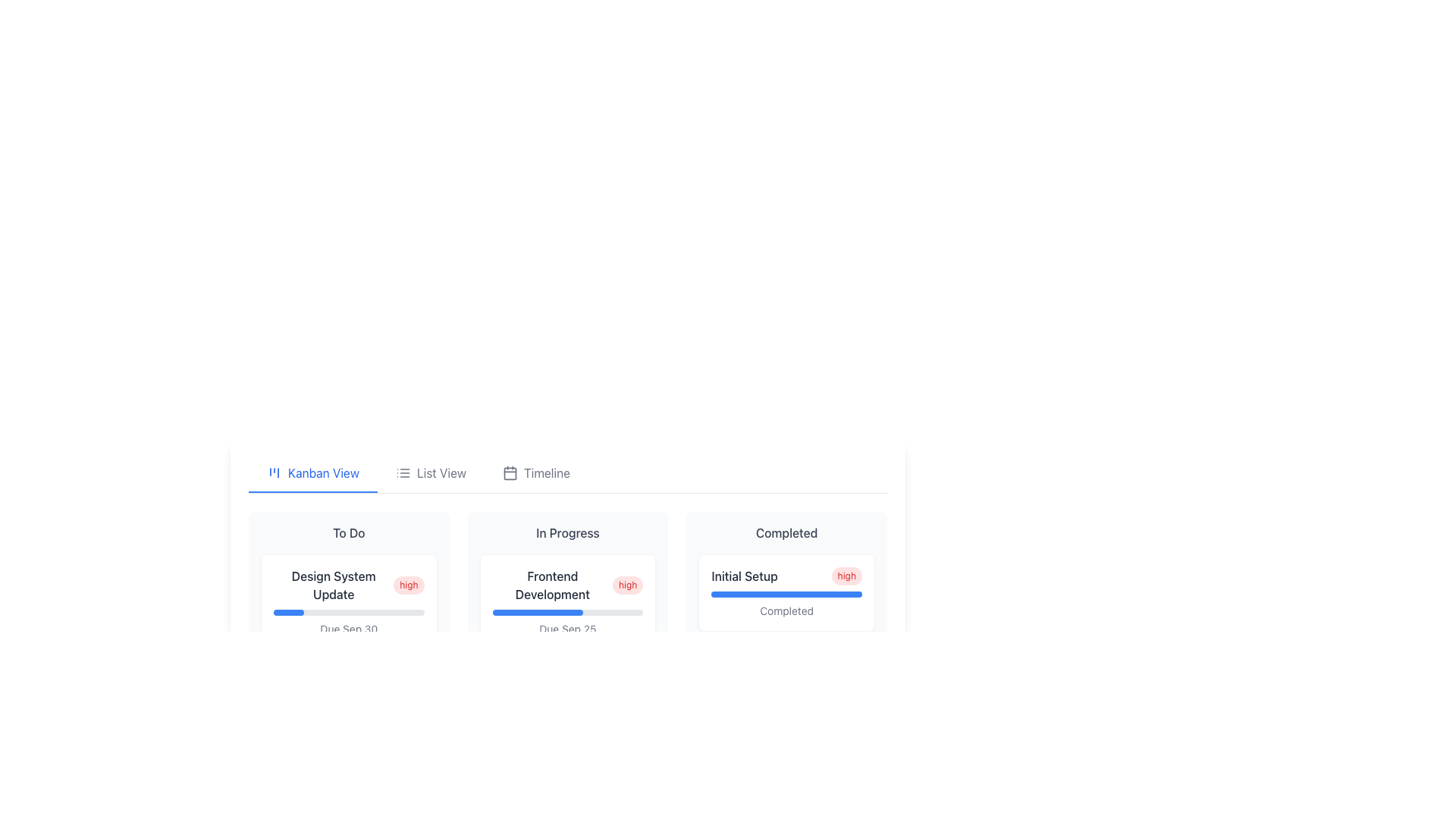 This screenshot has width=1456, height=819. Describe the element at coordinates (510, 472) in the screenshot. I see `the 'Timeline' icon in the navigation bar, which is located to the left of its text label and between 'Kanban View' and 'List View'` at that location.